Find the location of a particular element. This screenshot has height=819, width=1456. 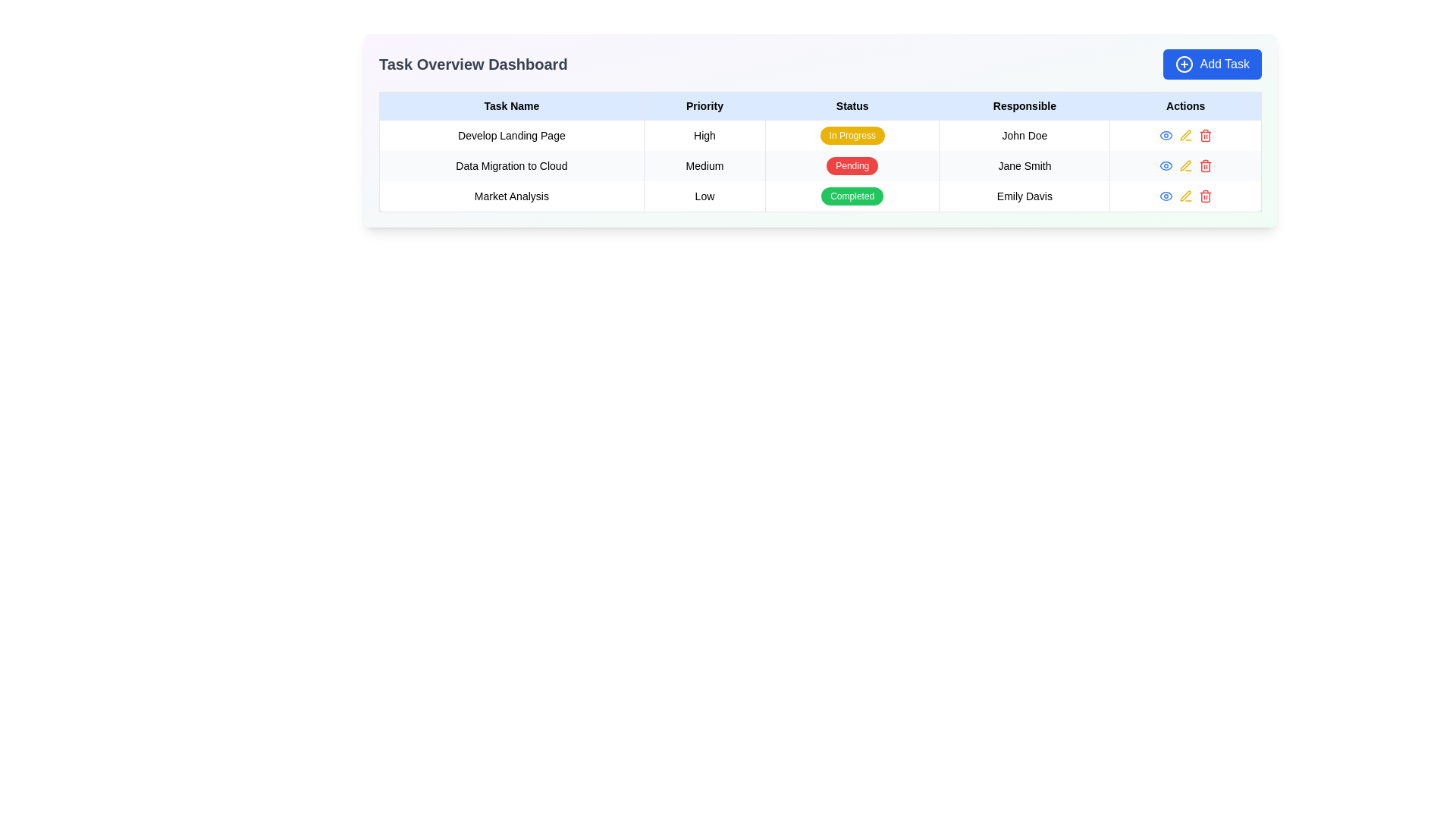

the red trash can icon button located in the second row of the table is located at coordinates (1185, 166).